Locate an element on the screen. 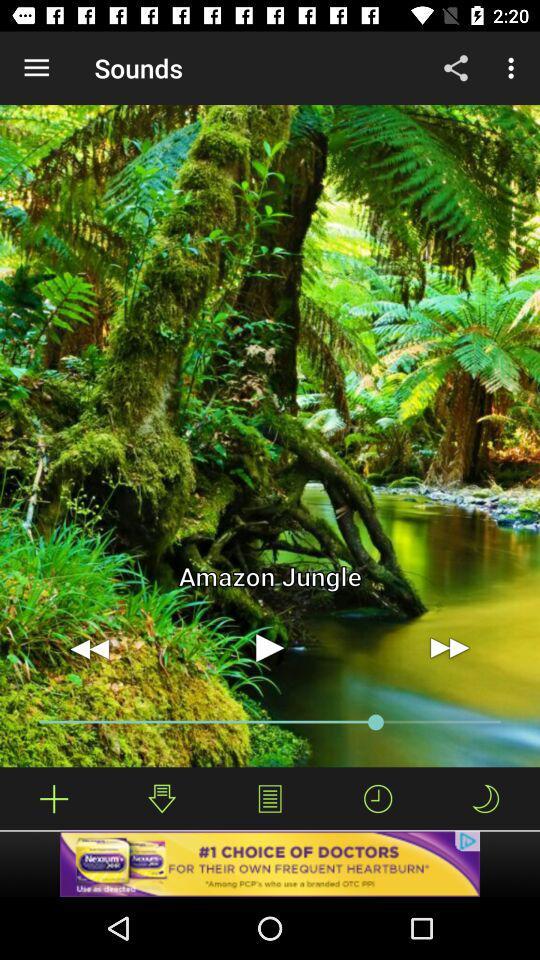  hide timeline is located at coordinates (378, 798).